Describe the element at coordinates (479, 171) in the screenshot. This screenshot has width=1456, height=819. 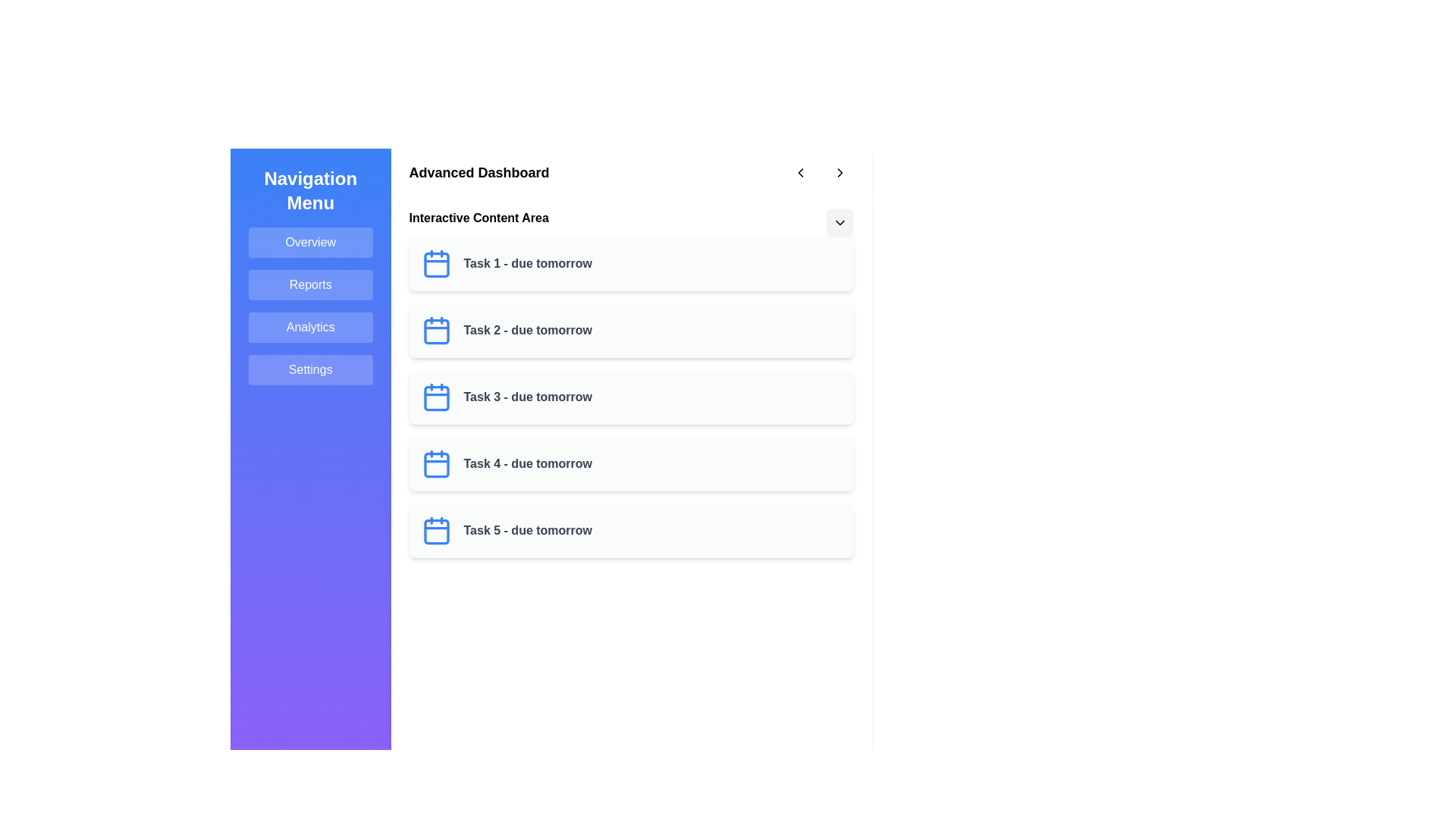
I see `the 'Advanced Dashboard' text label, which is prominently displayed at the top of the content area with a bold, large font style` at that location.